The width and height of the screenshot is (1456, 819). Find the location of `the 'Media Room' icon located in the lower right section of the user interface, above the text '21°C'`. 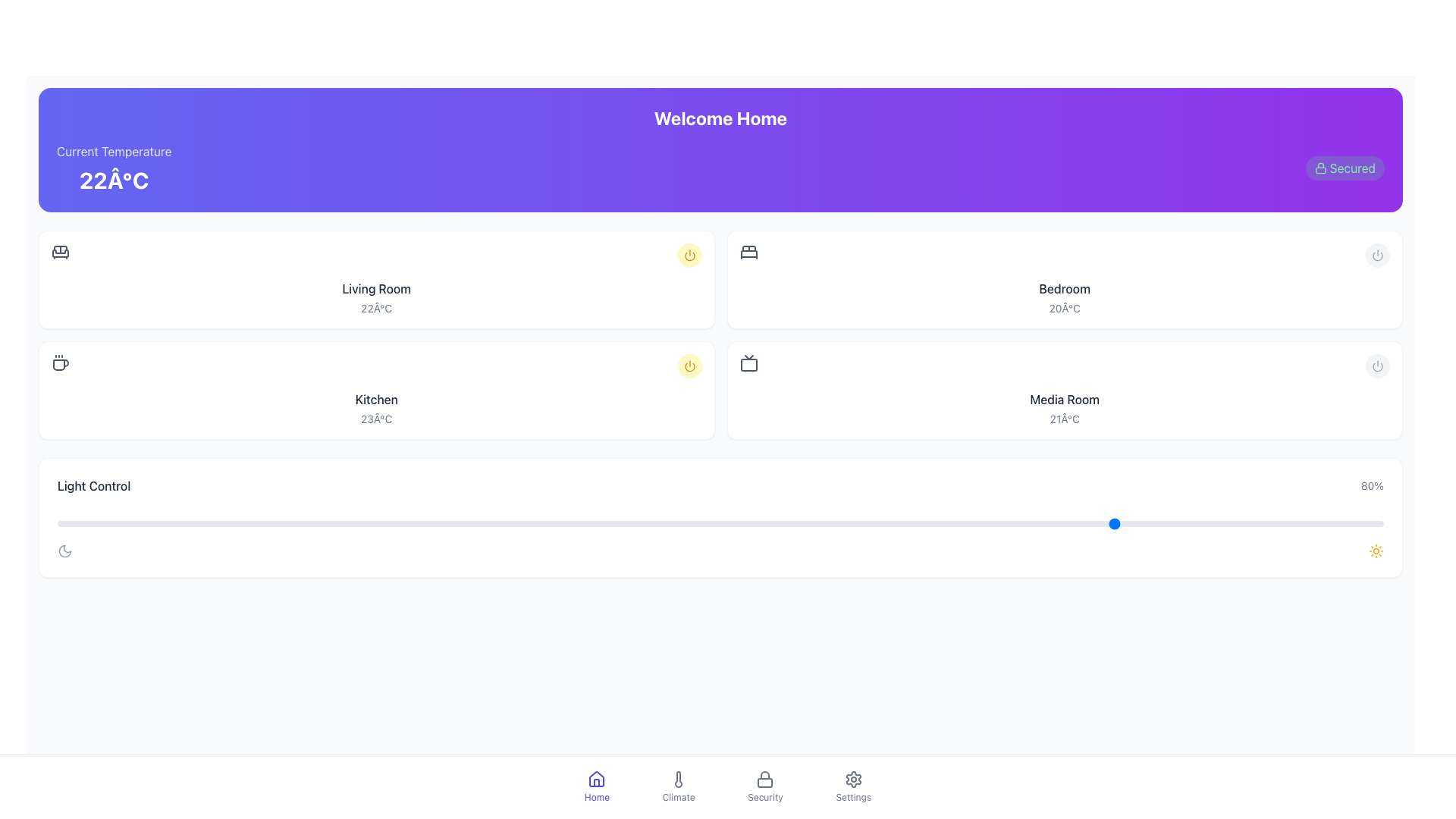

the 'Media Room' icon located in the lower right section of the user interface, above the text '21°C' is located at coordinates (748, 362).